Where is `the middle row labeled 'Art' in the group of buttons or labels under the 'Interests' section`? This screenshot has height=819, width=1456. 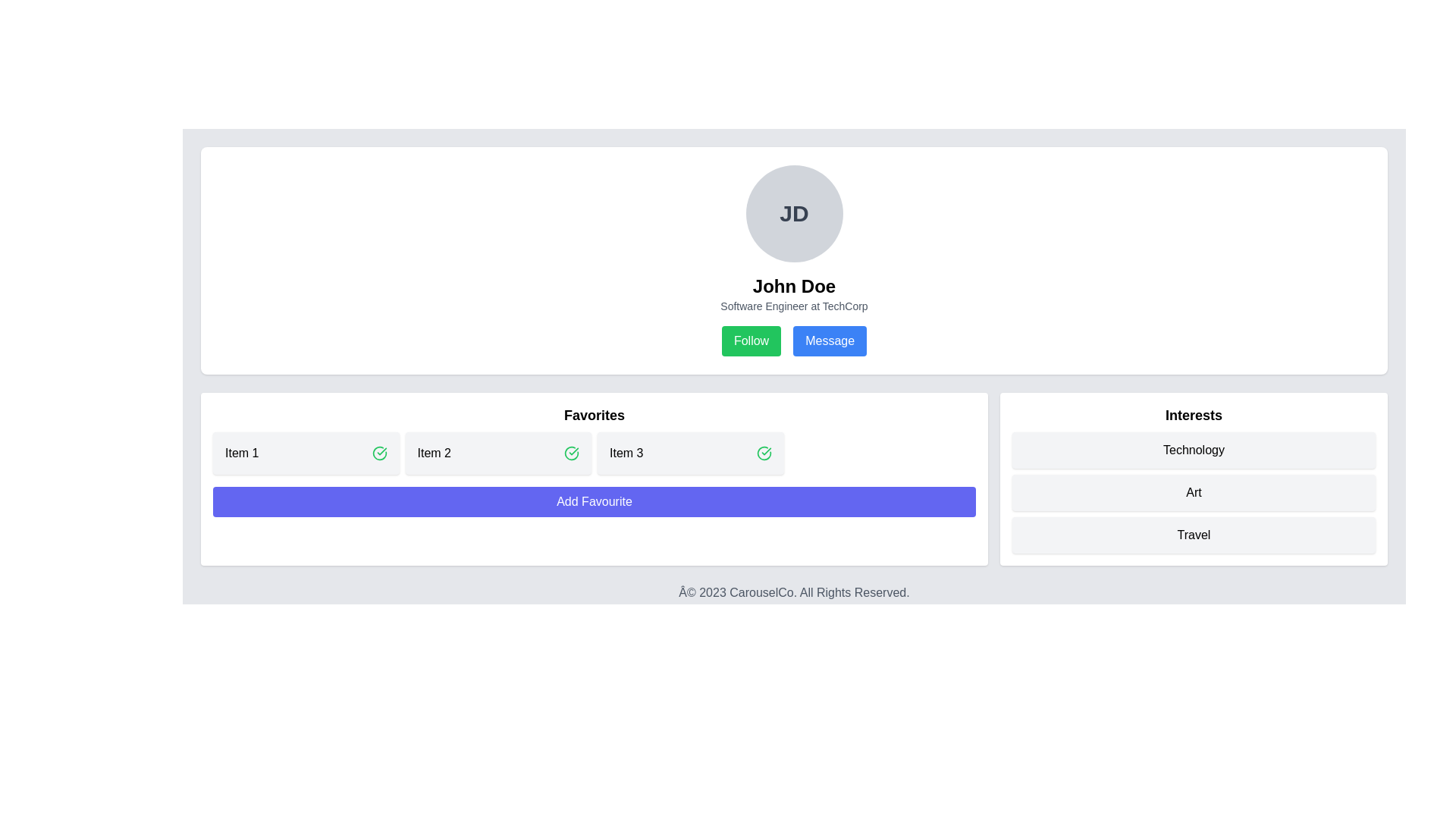
the middle row labeled 'Art' in the group of buttons or labels under the 'Interests' section is located at coordinates (1193, 493).